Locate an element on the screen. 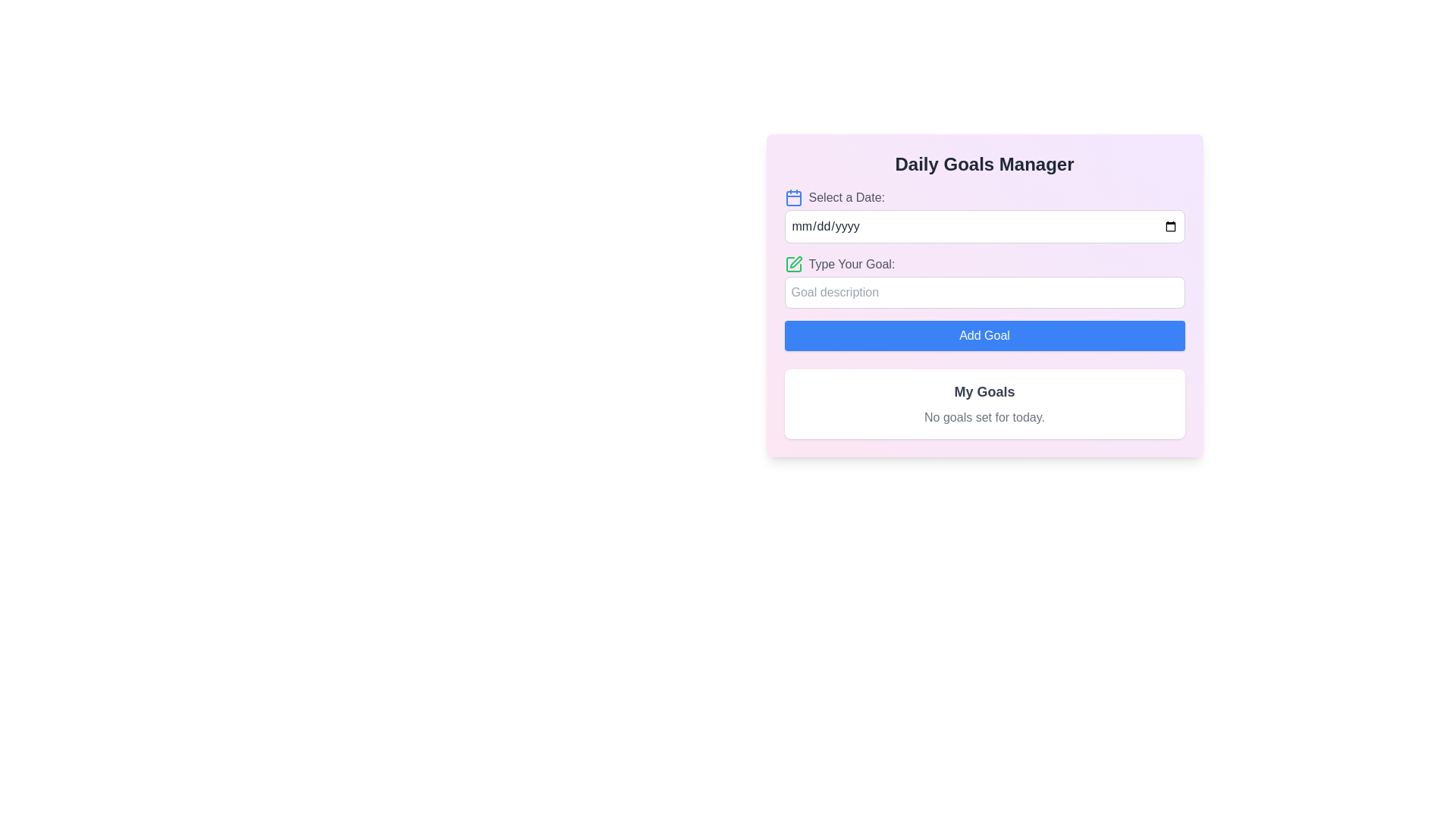 This screenshot has height=819, width=1456. the text label displaying 'Daily Goals Manager', which is prominently positioned at the top of the card-like interface is located at coordinates (984, 164).